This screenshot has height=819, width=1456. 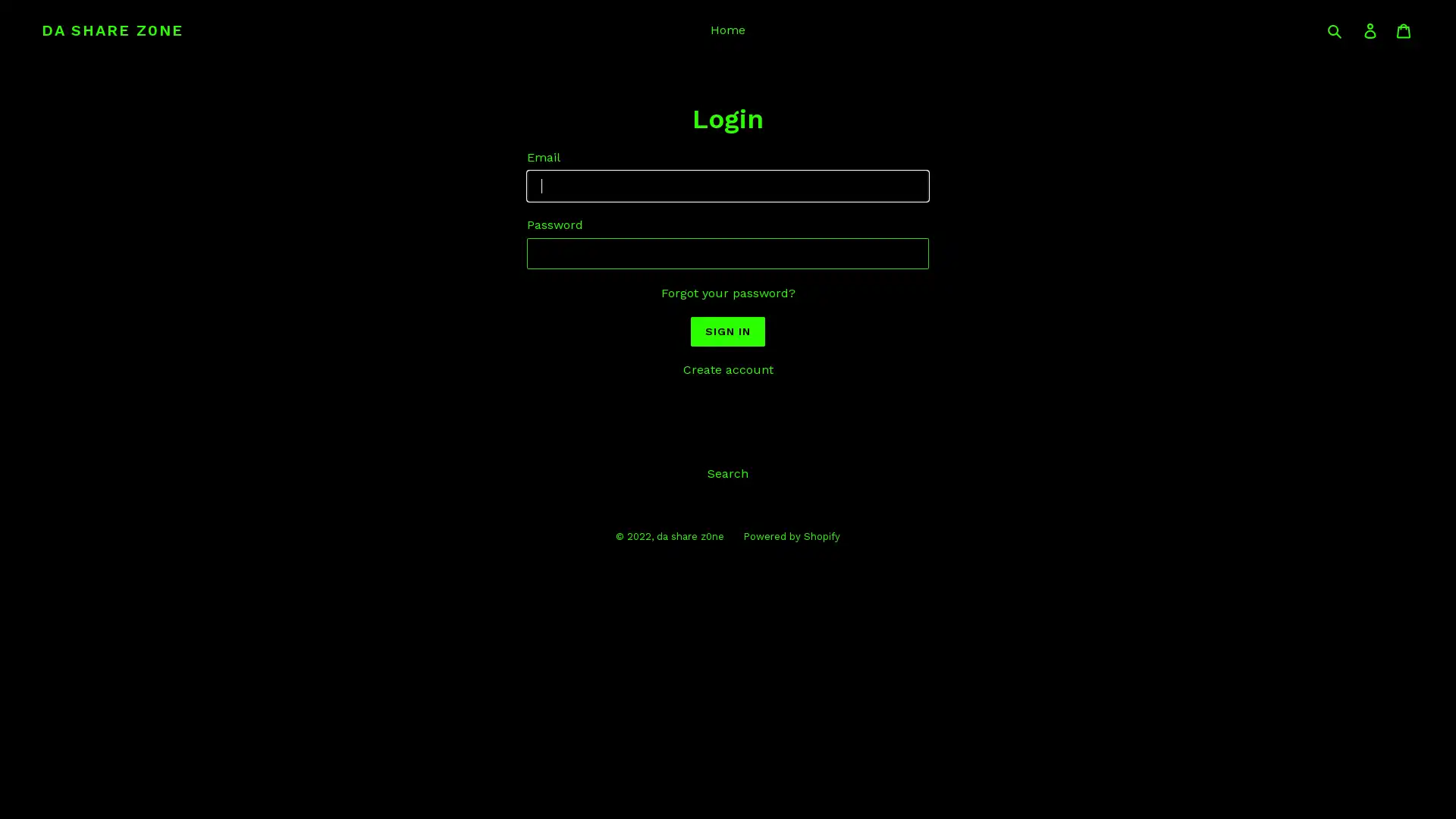 What do you see at coordinates (1335, 30) in the screenshot?
I see `Submit` at bounding box center [1335, 30].